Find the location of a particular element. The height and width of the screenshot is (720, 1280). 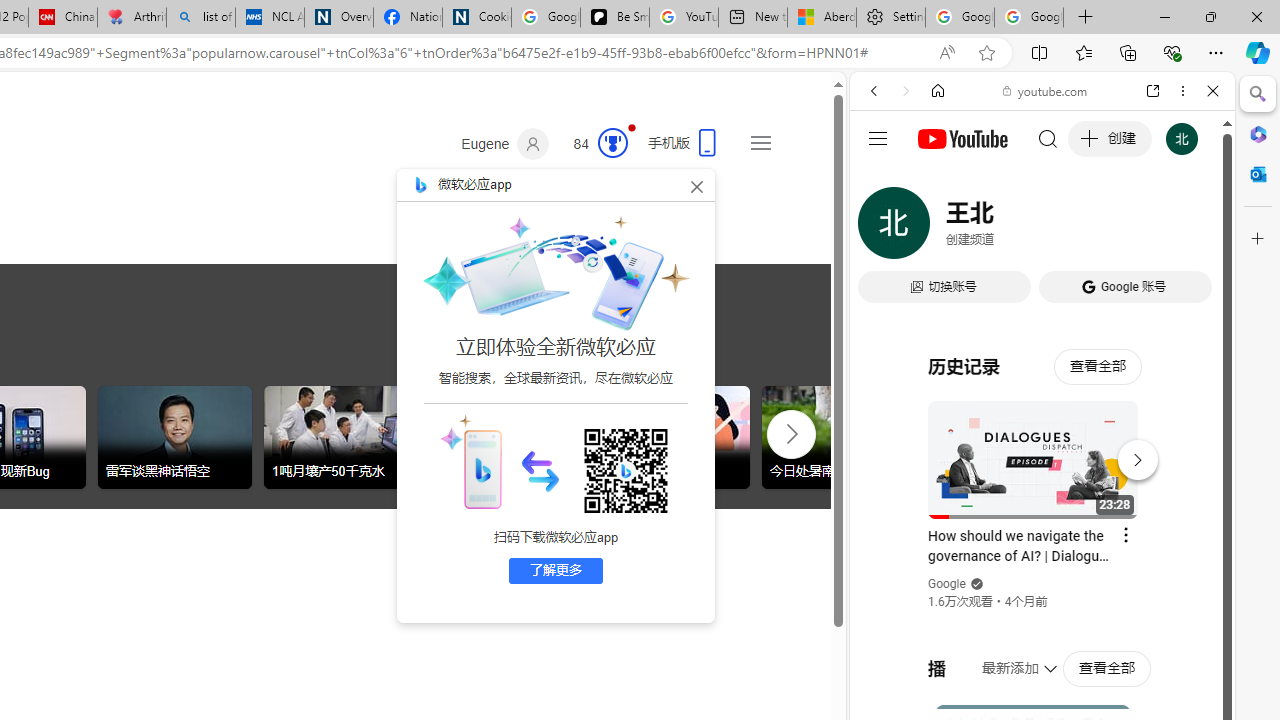

'Click to scroll right' is located at coordinates (790, 432).